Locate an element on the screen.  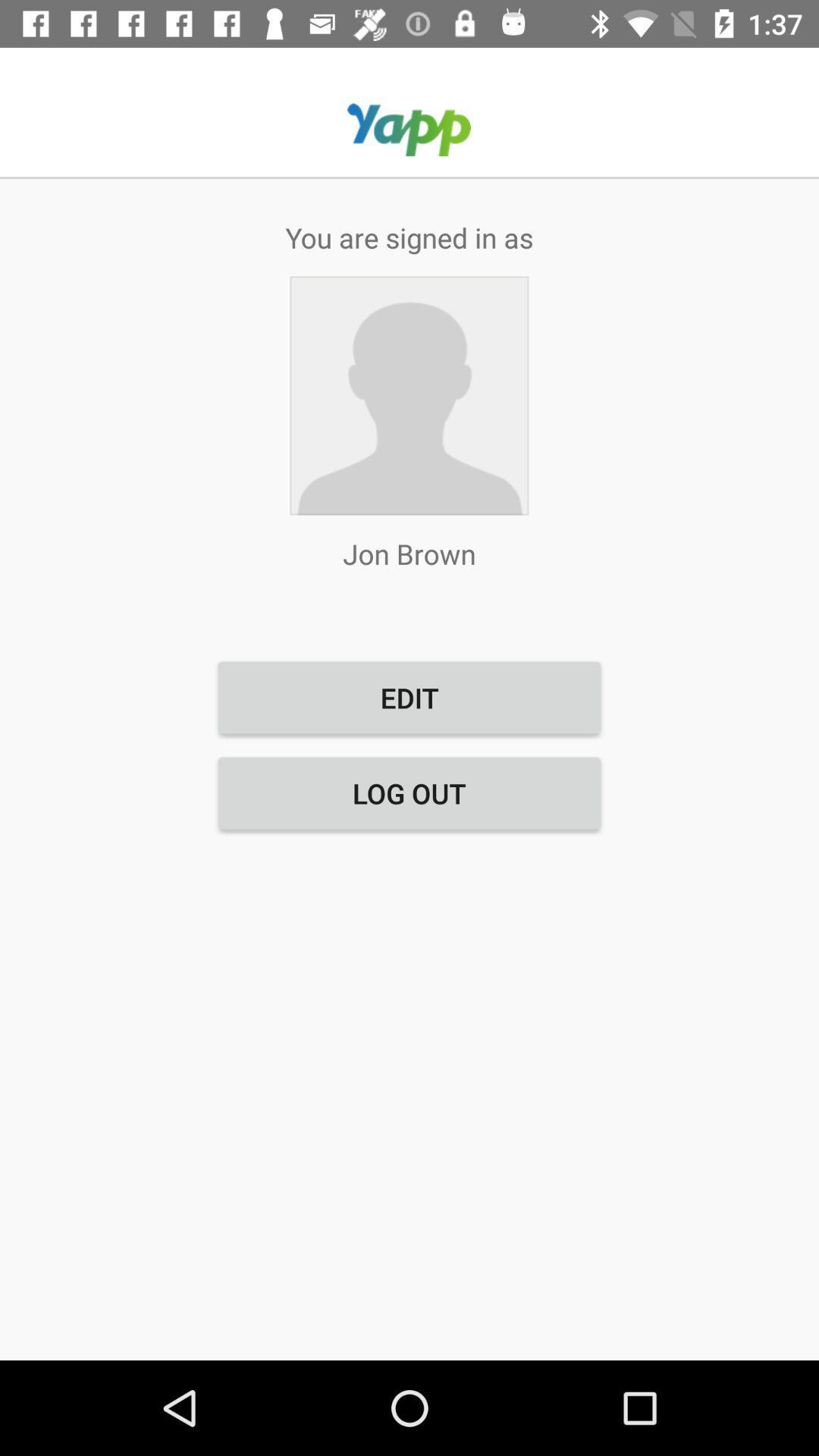
log out is located at coordinates (409, 792).